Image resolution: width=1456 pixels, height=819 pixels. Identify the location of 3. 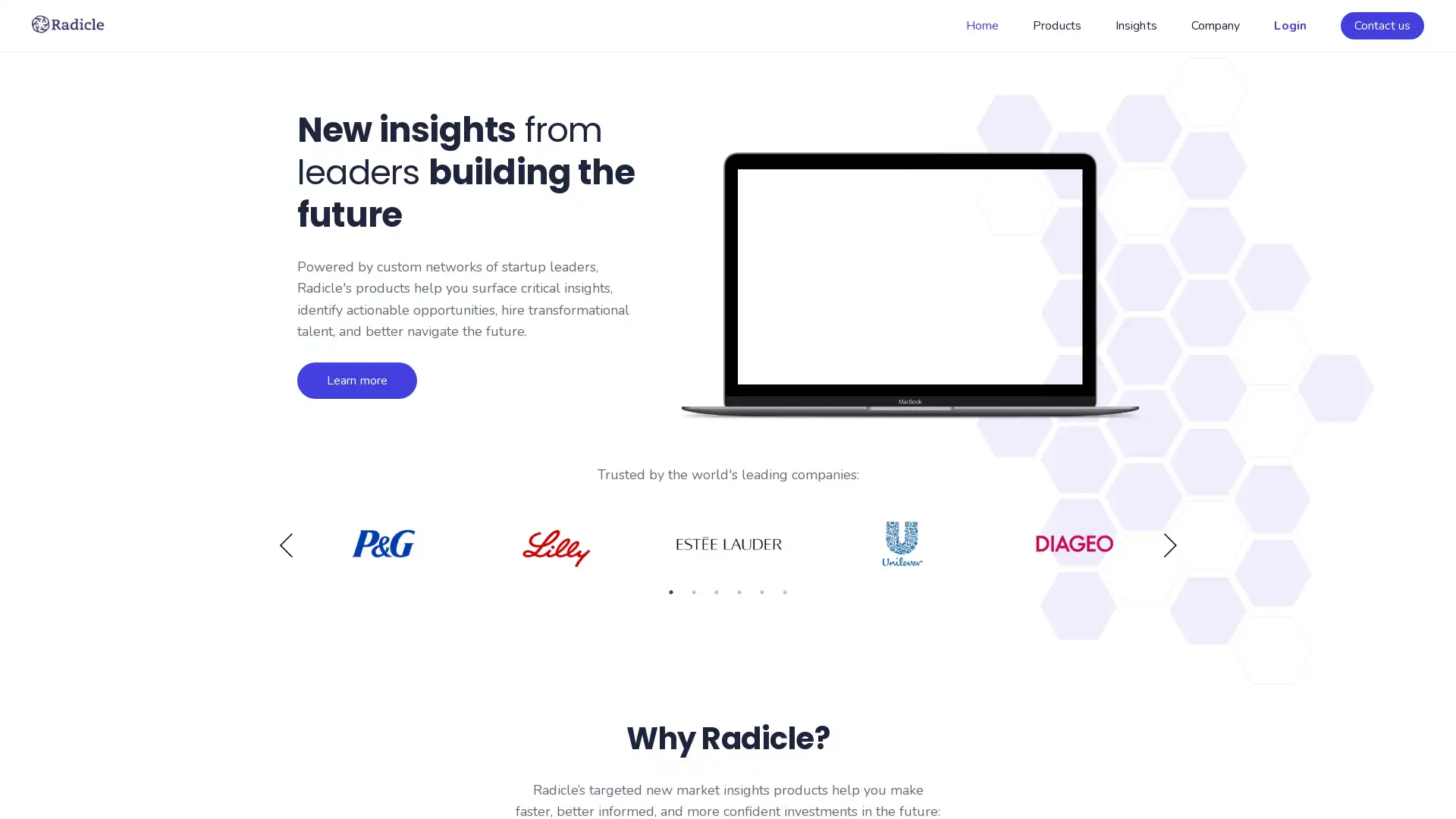
(716, 595).